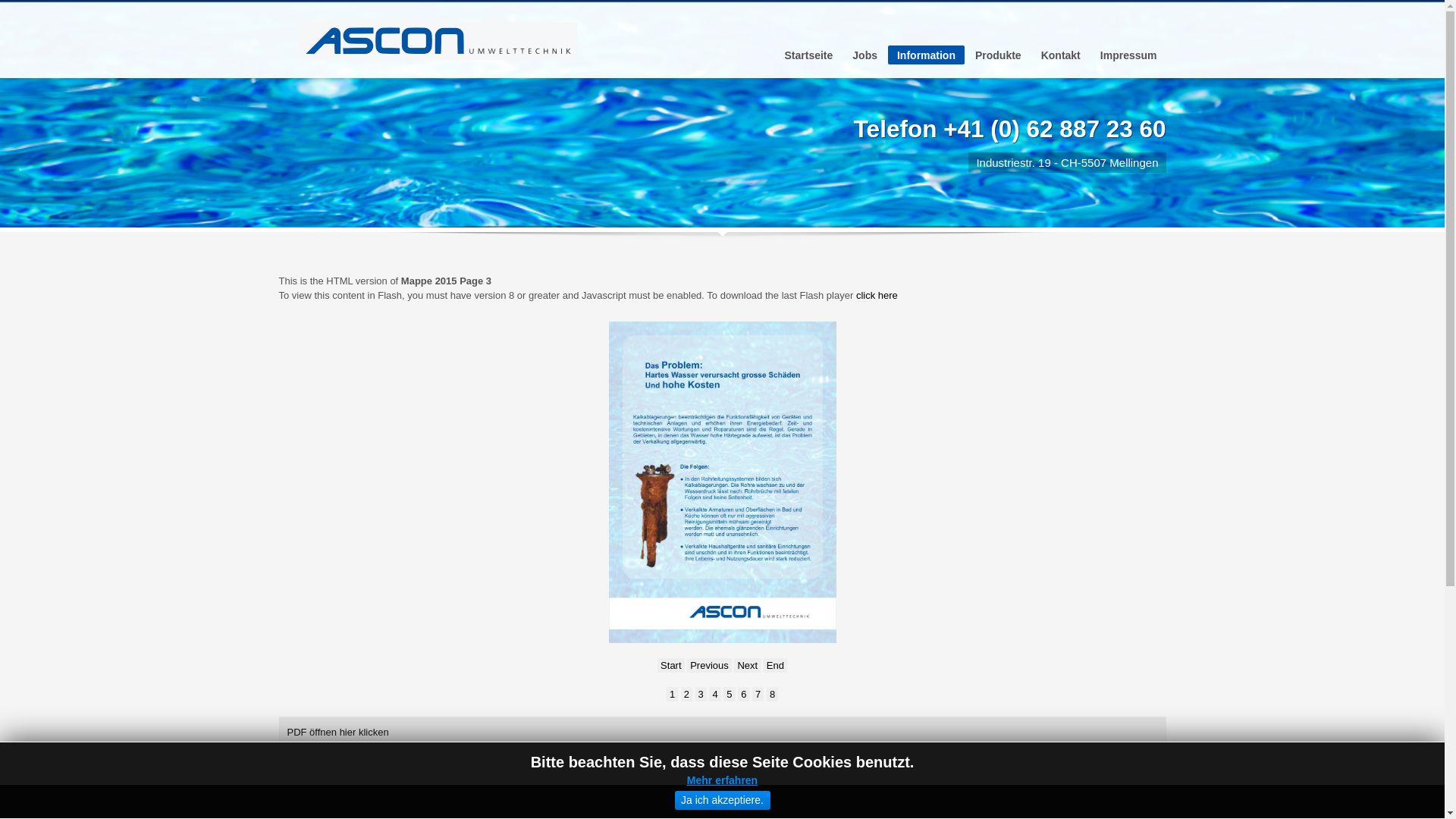  What do you see at coordinates (1059, 55) in the screenshot?
I see `'Kontakt'` at bounding box center [1059, 55].